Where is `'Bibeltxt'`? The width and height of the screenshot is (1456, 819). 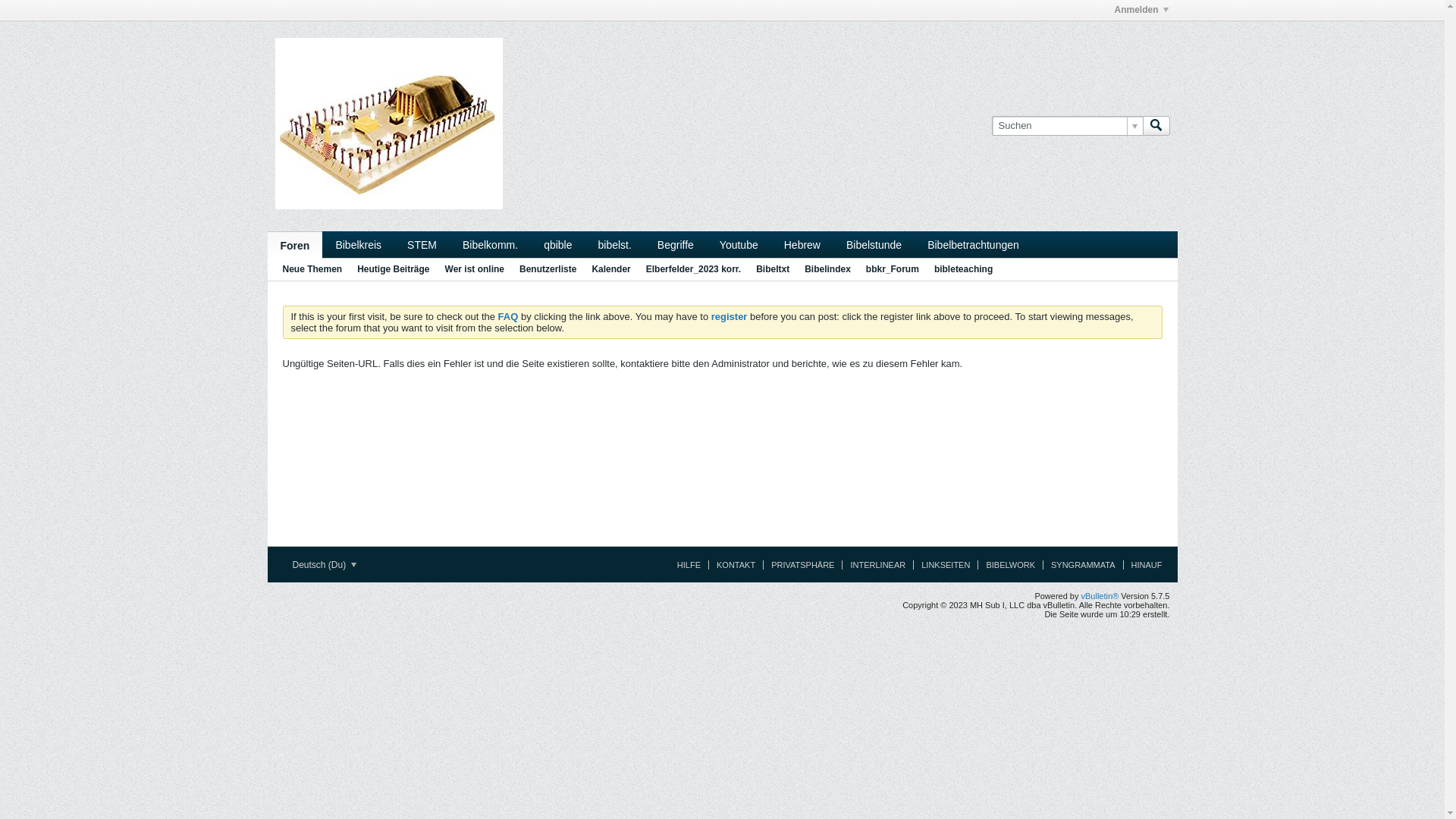
'Bibeltxt' is located at coordinates (756, 268).